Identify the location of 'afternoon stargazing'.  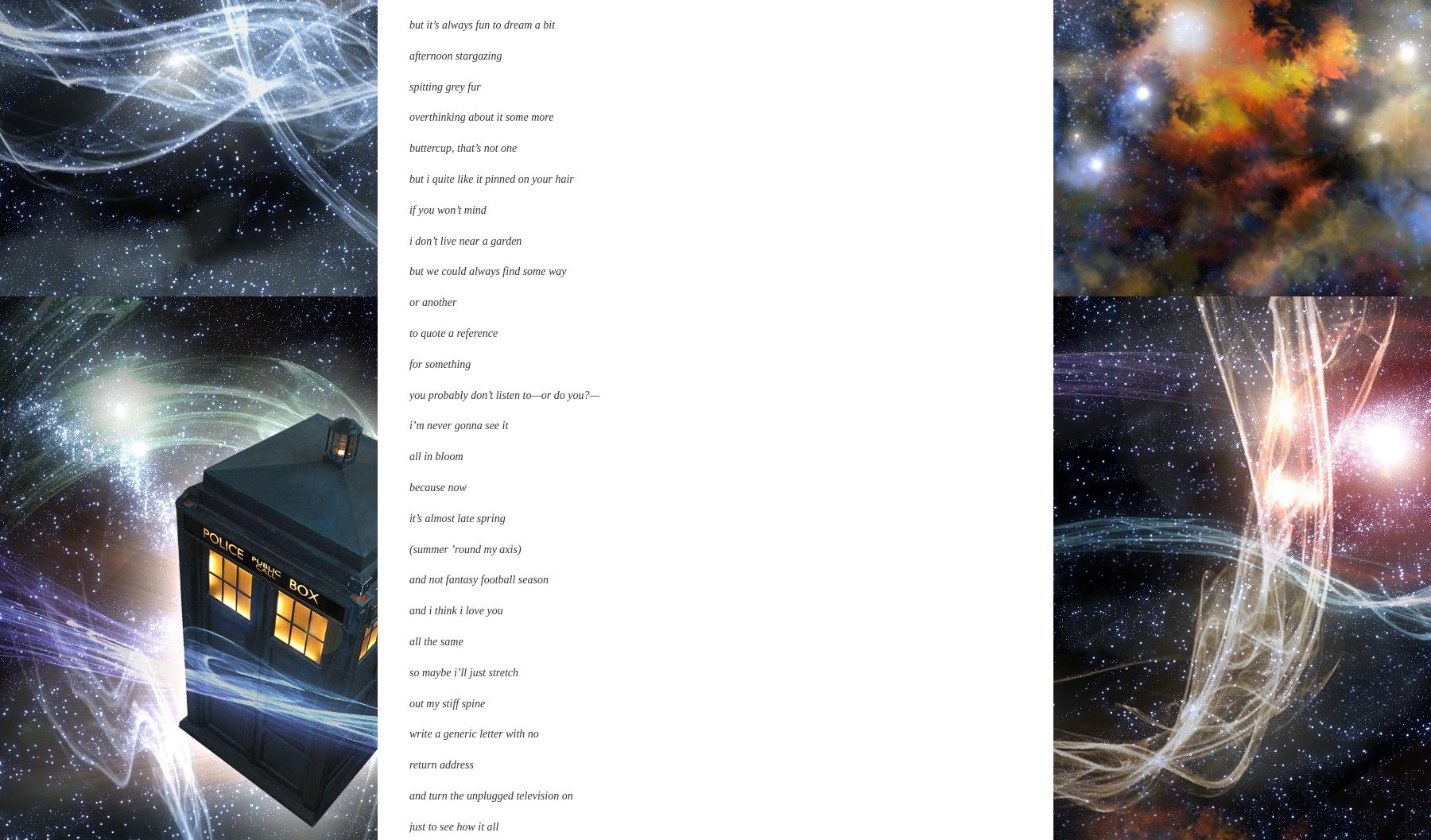
(455, 699).